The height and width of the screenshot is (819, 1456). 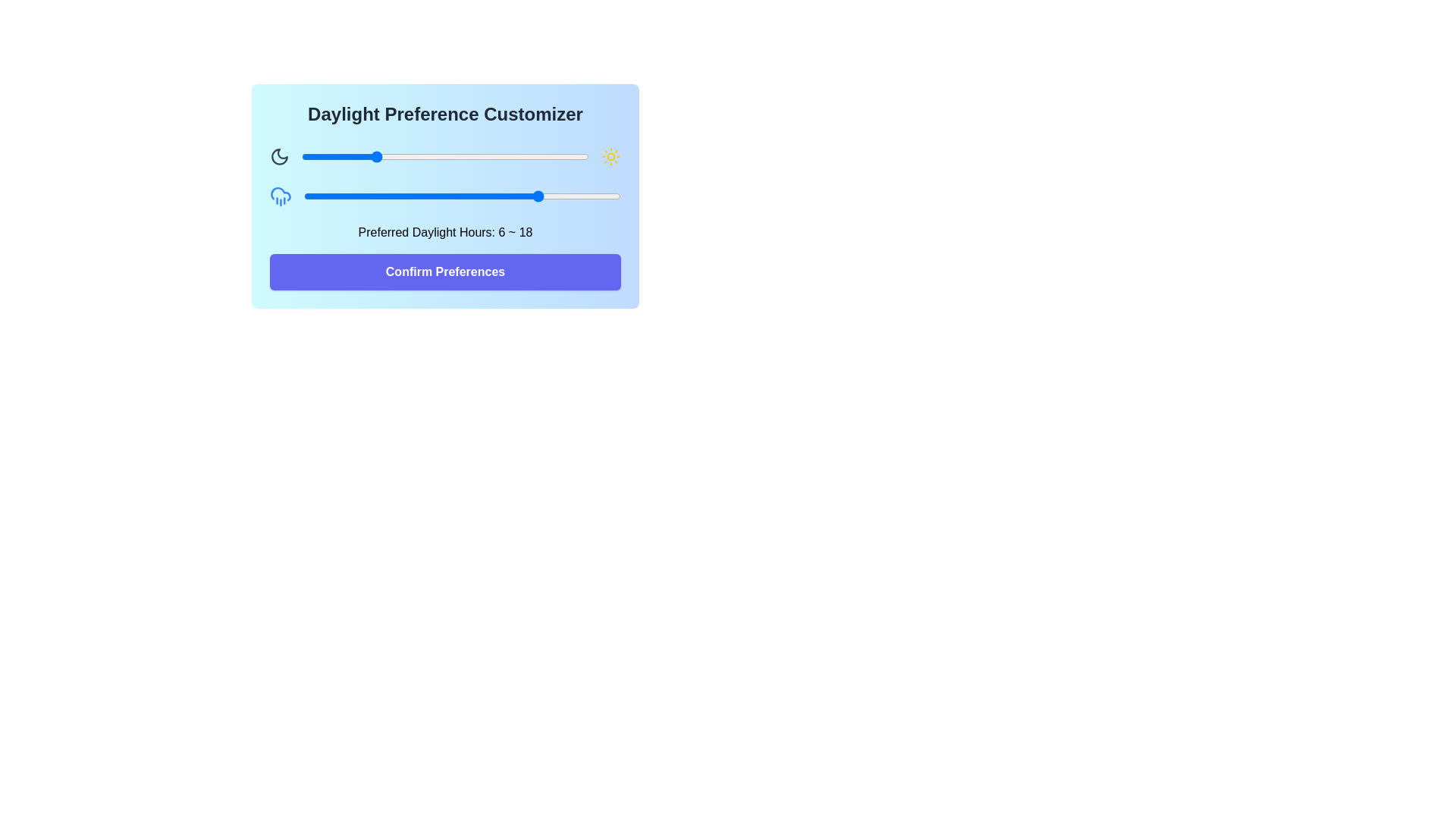 I want to click on the range slider that allows users to select a value from 0 to 24, positioned below a cloud icon and above the numeric display labeled 'Preferred Daylight Hours: 6 ~ 18', so click(x=461, y=195).